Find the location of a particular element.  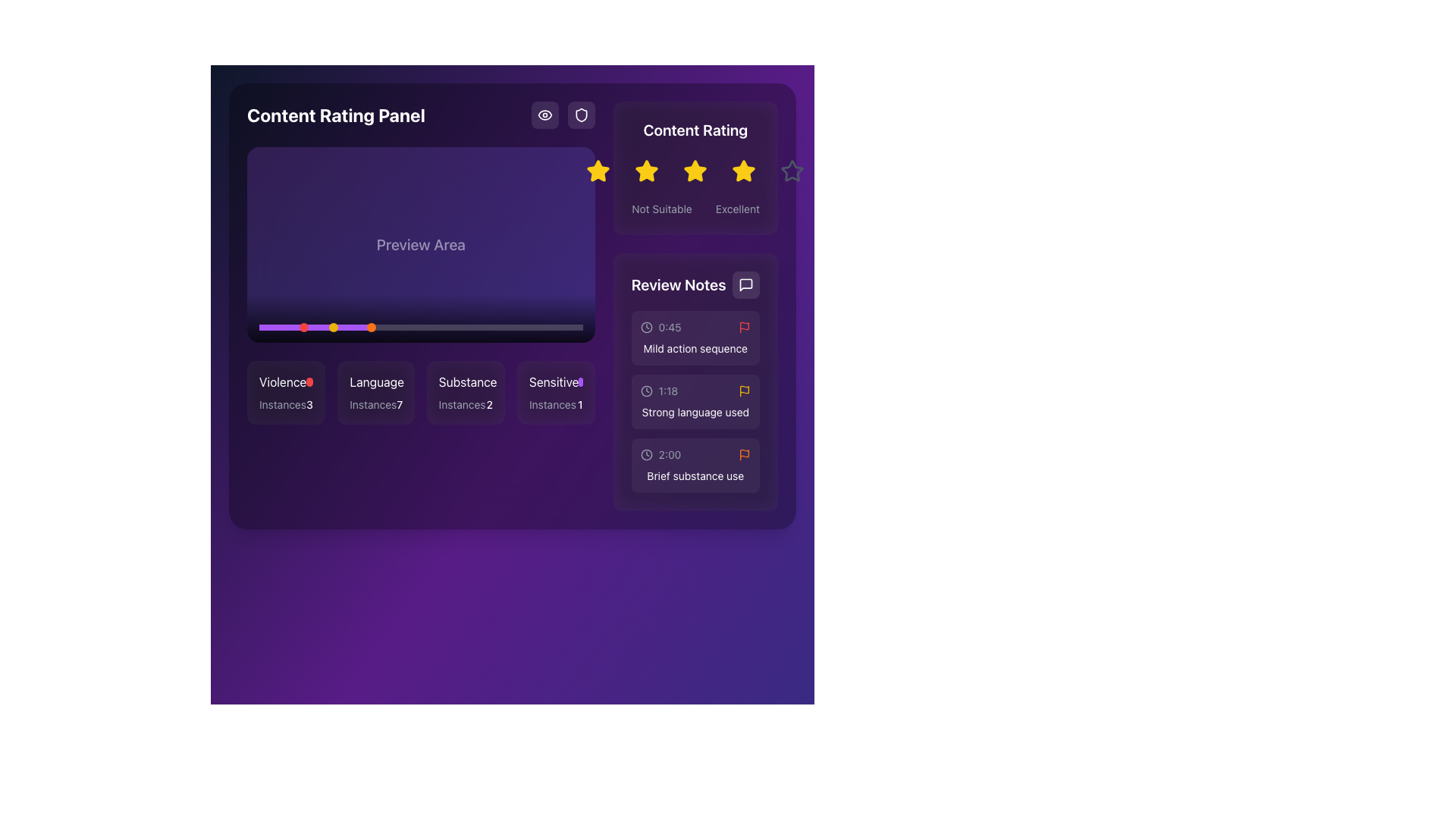

the yellow star icon, which is the second star in the 'Content Rating' section is located at coordinates (647, 171).